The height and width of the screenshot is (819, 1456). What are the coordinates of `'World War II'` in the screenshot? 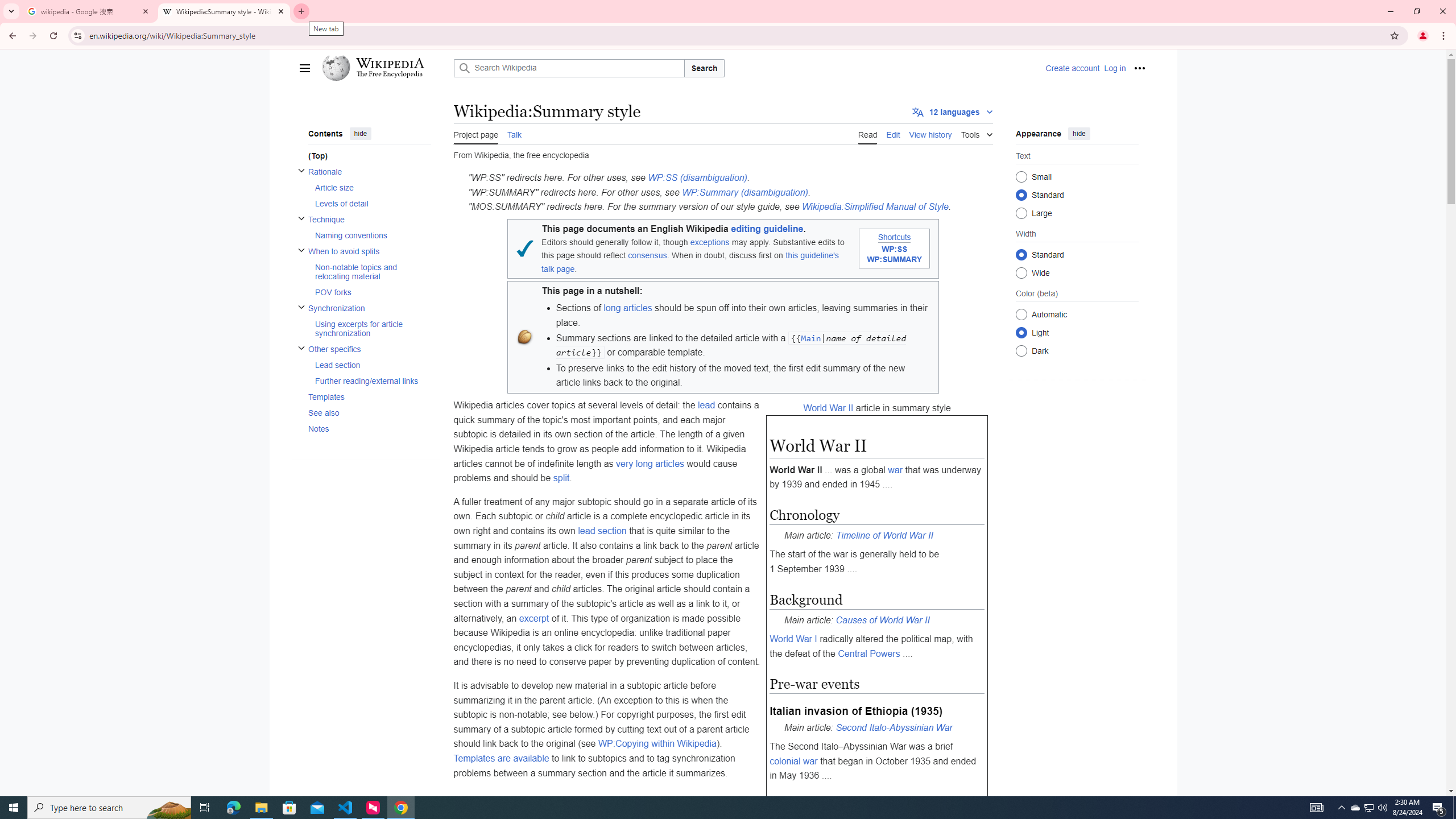 It's located at (828, 407).